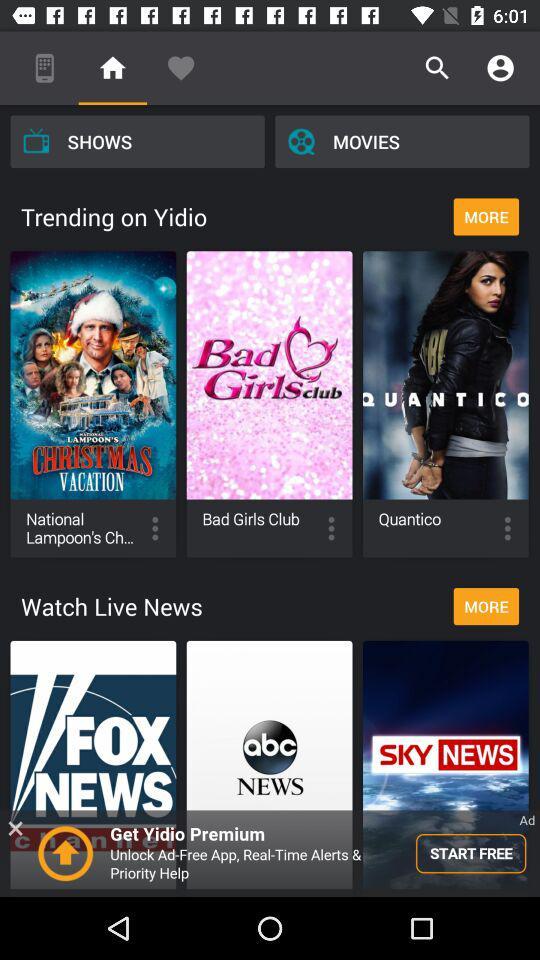 The height and width of the screenshot is (960, 540). What do you see at coordinates (402, 140) in the screenshot?
I see `the item next to the shows` at bounding box center [402, 140].